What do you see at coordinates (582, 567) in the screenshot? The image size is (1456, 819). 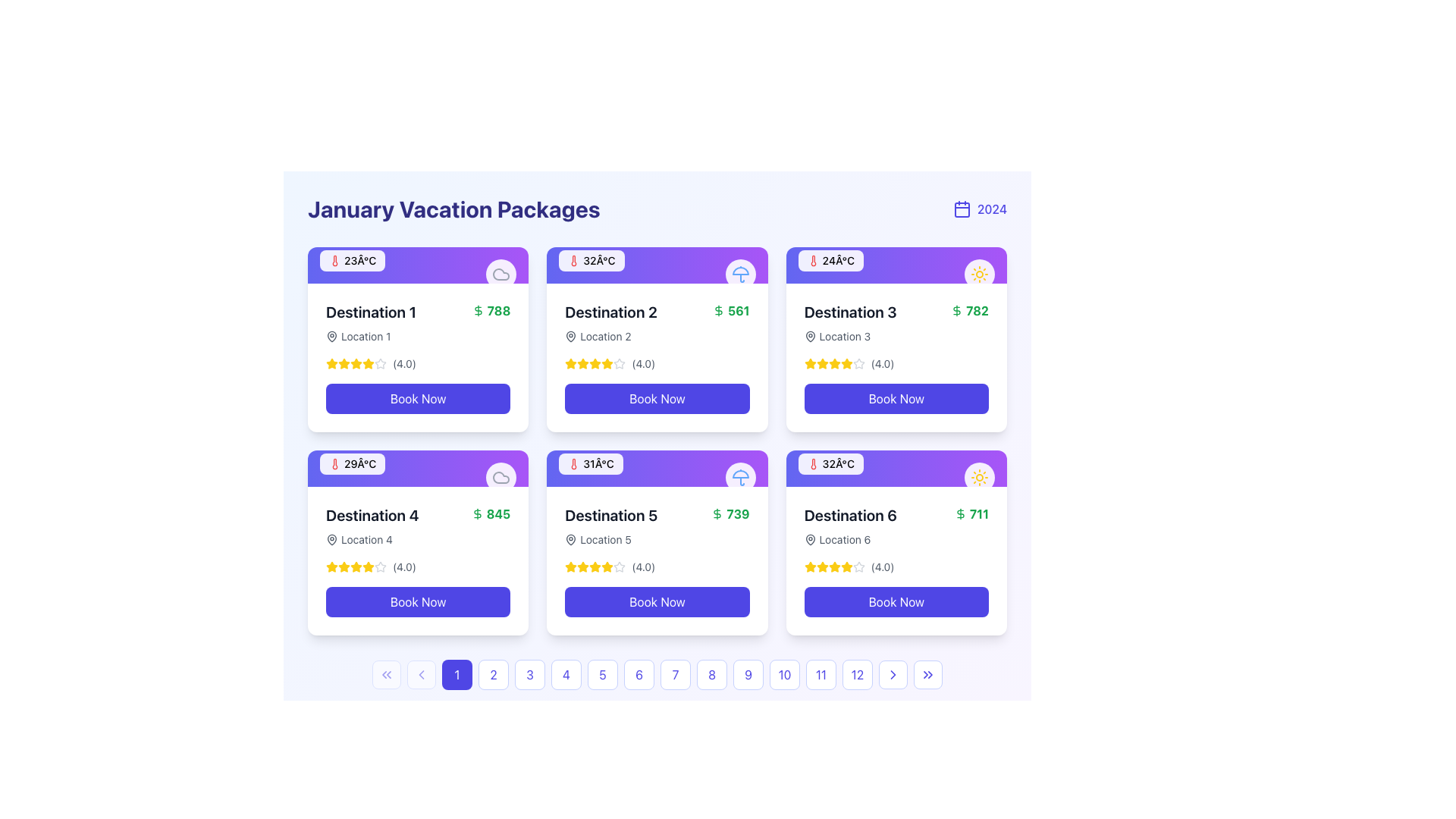 I see `the third star in the rating system displayed beneath the text 'Destination 5' and 'Location 5'` at bounding box center [582, 567].